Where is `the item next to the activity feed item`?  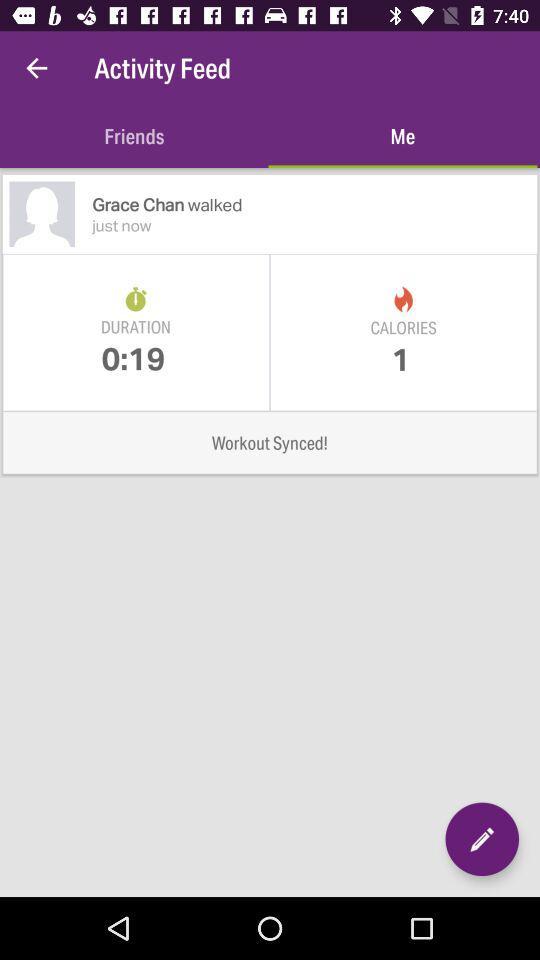
the item next to the activity feed item is located at coordinates (36, 68).